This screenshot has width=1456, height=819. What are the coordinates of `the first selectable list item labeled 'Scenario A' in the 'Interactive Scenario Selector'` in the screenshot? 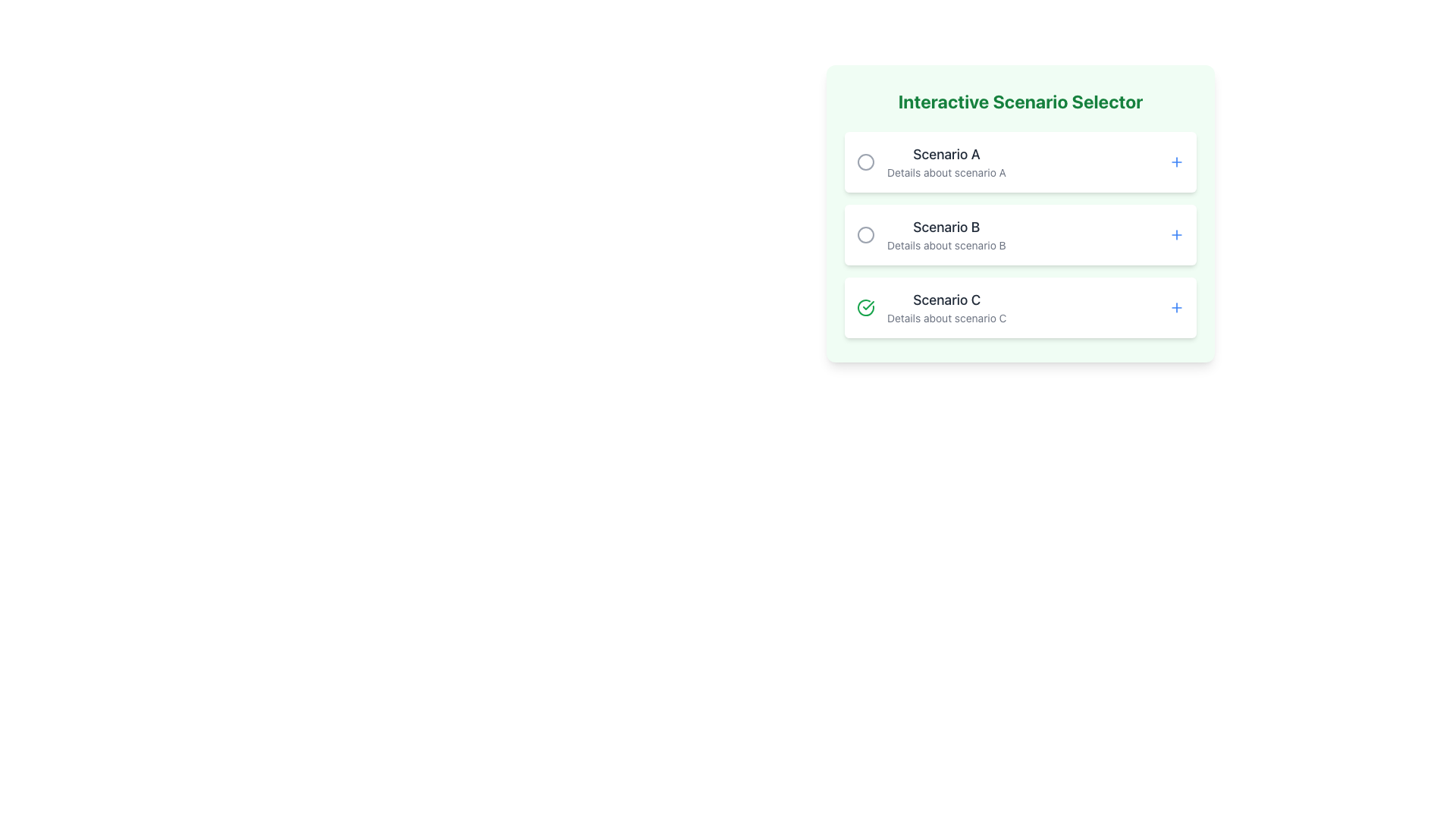 It's located at (930, 162).